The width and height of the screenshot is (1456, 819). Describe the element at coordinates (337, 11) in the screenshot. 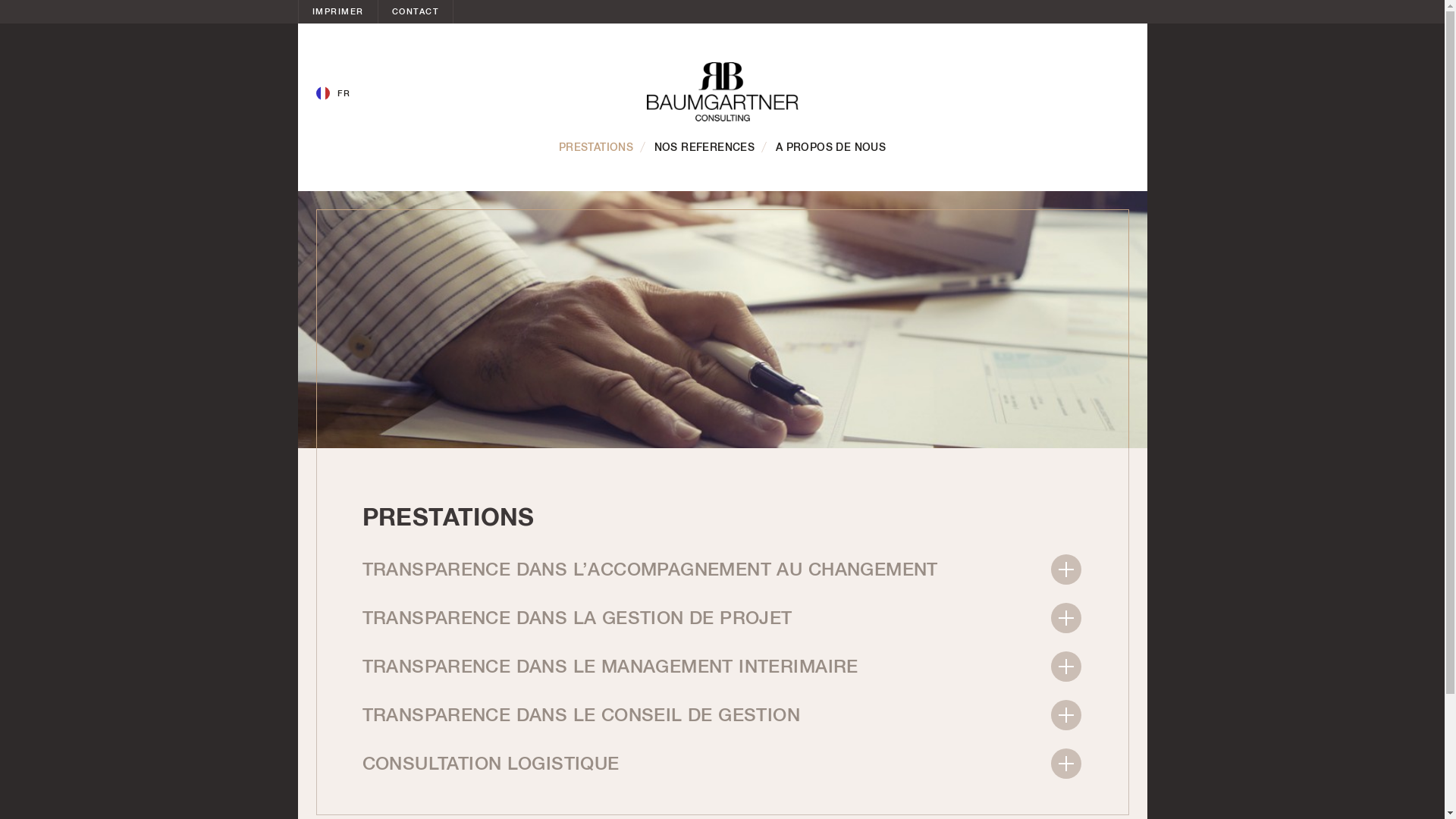

I see `'IMPRIMER'` at that location.